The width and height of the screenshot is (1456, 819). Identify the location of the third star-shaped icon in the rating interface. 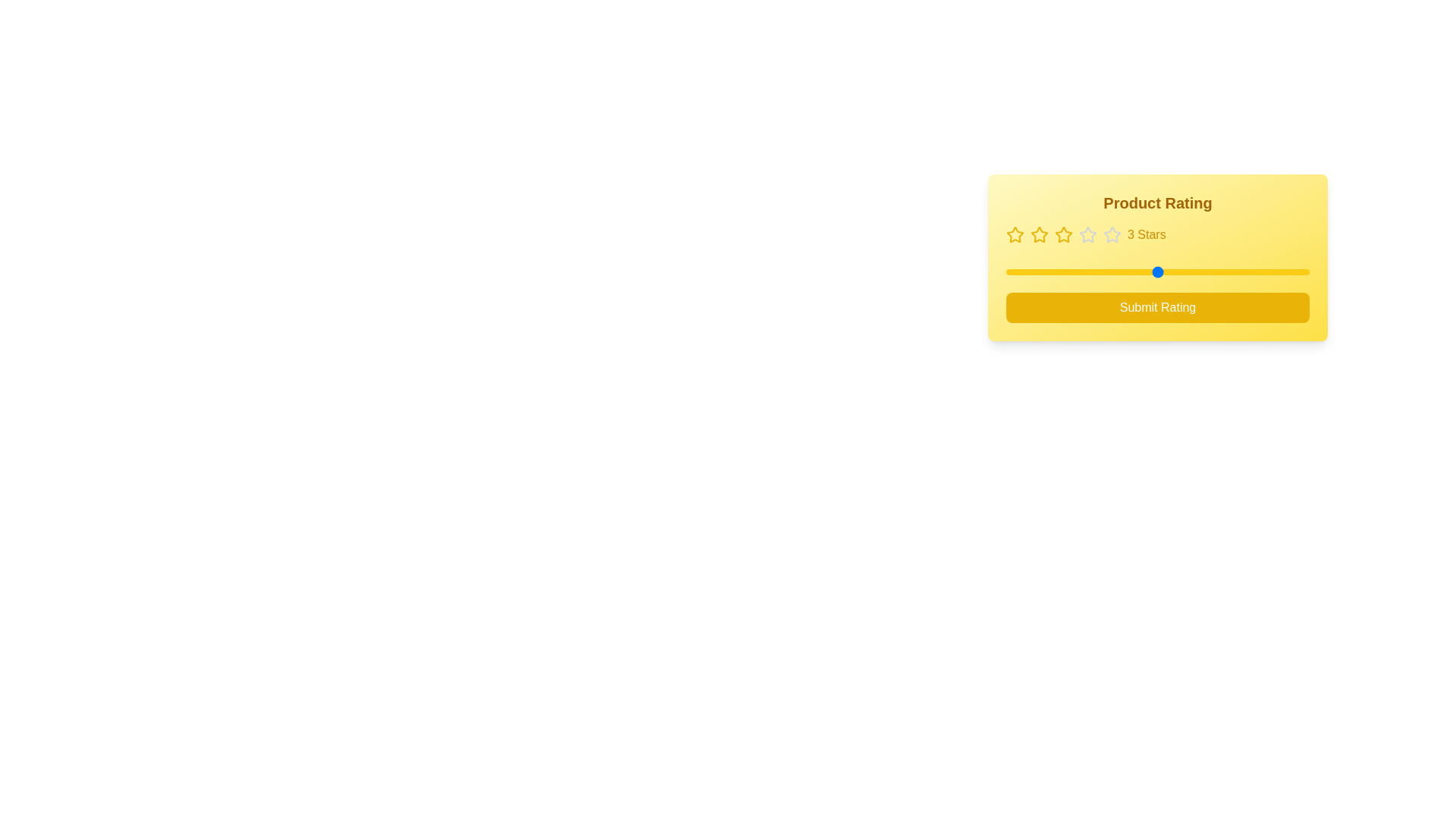
(1112, 234).